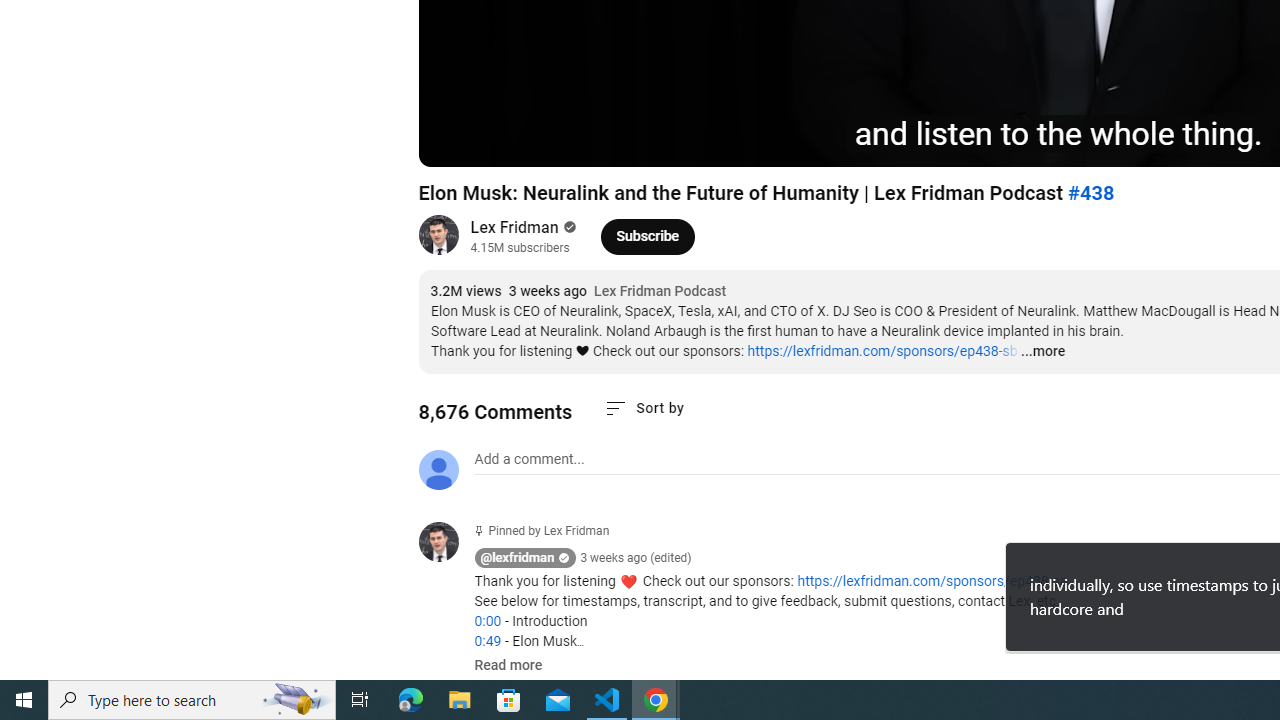 Image resolution: width=1280 pixels, height=720 pixels. Describe the element at coordinates (644, 407) in the screenshot. I see `'Sort comments'` at that location.